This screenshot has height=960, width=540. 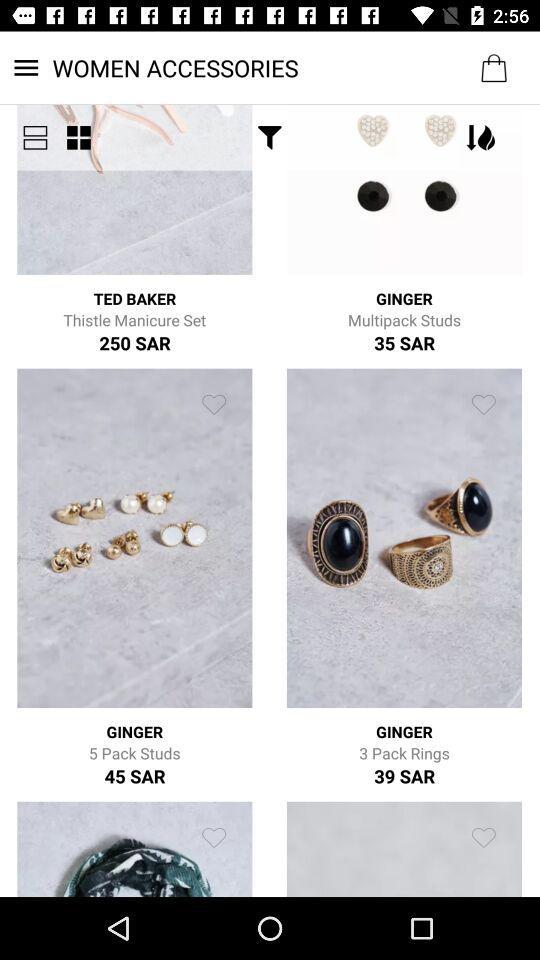 What do you see at coordinates (482, 136) in the screenshot?
I see `the filter icon` at bounding box center [482, 136].